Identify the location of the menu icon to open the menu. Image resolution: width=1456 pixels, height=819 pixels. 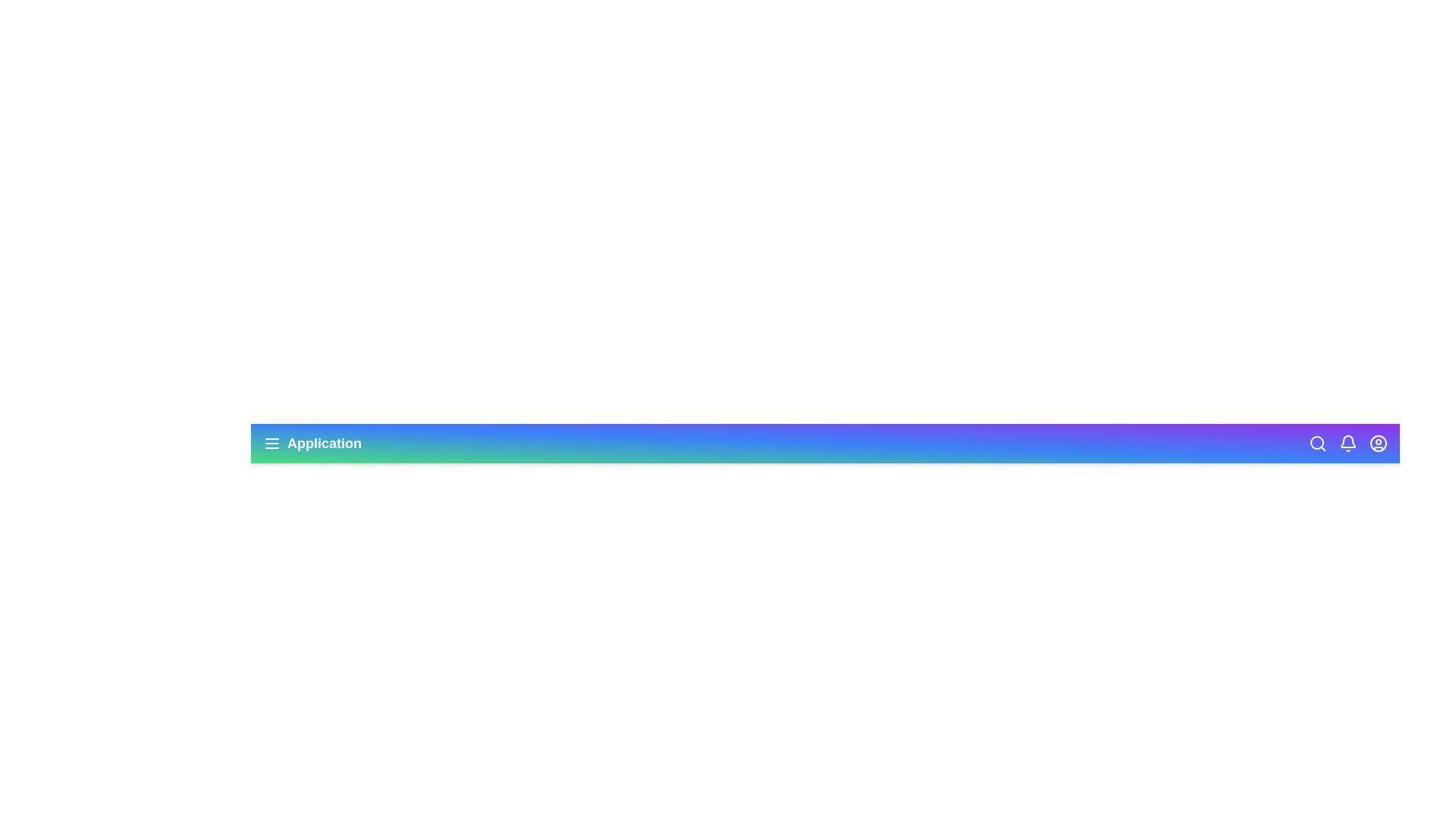
(272, 444).